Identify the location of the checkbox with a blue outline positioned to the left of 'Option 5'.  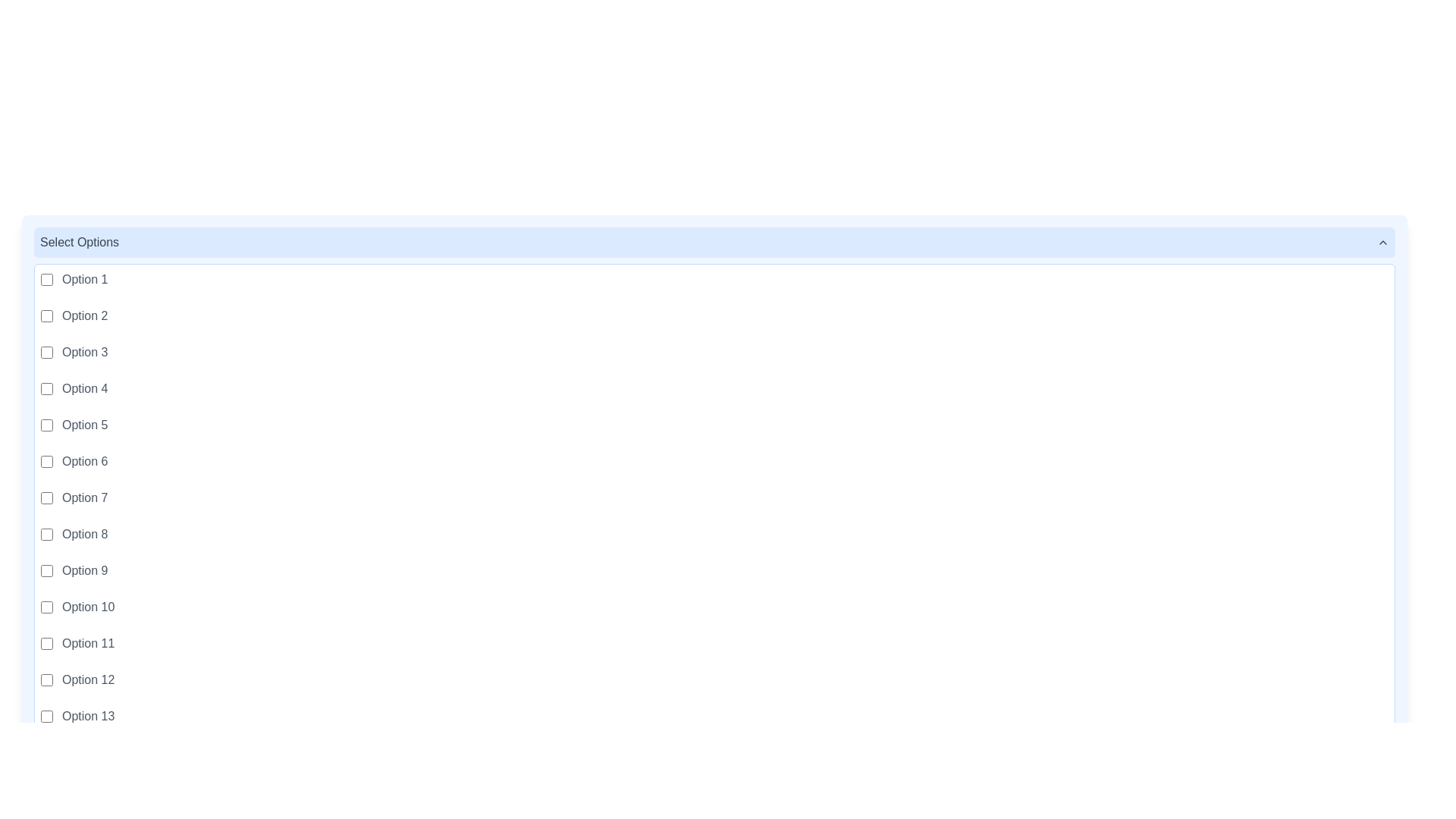
(47, 425).